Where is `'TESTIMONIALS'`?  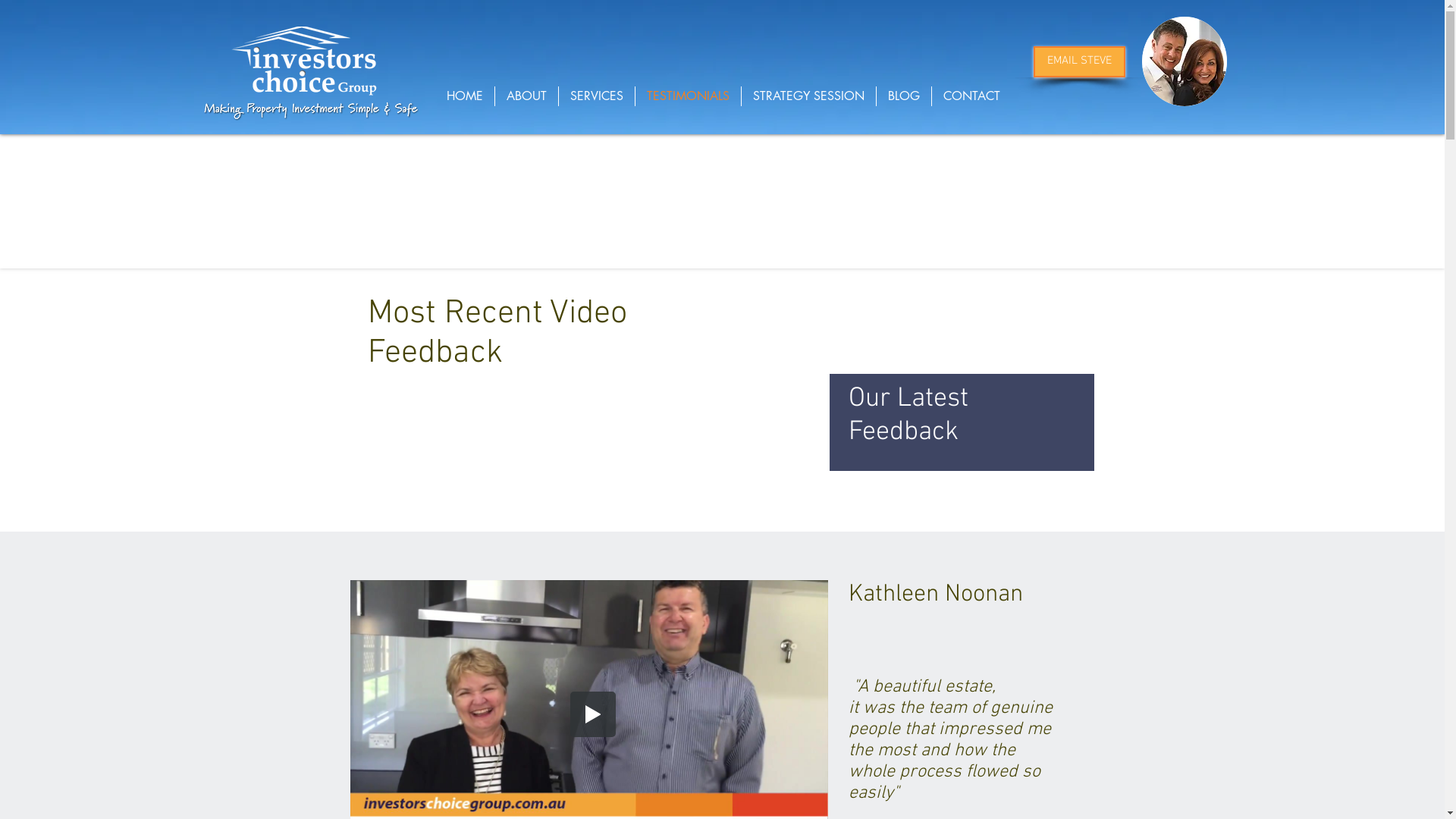
'TESTIMONIALS' is located at coordinates (687, 96).